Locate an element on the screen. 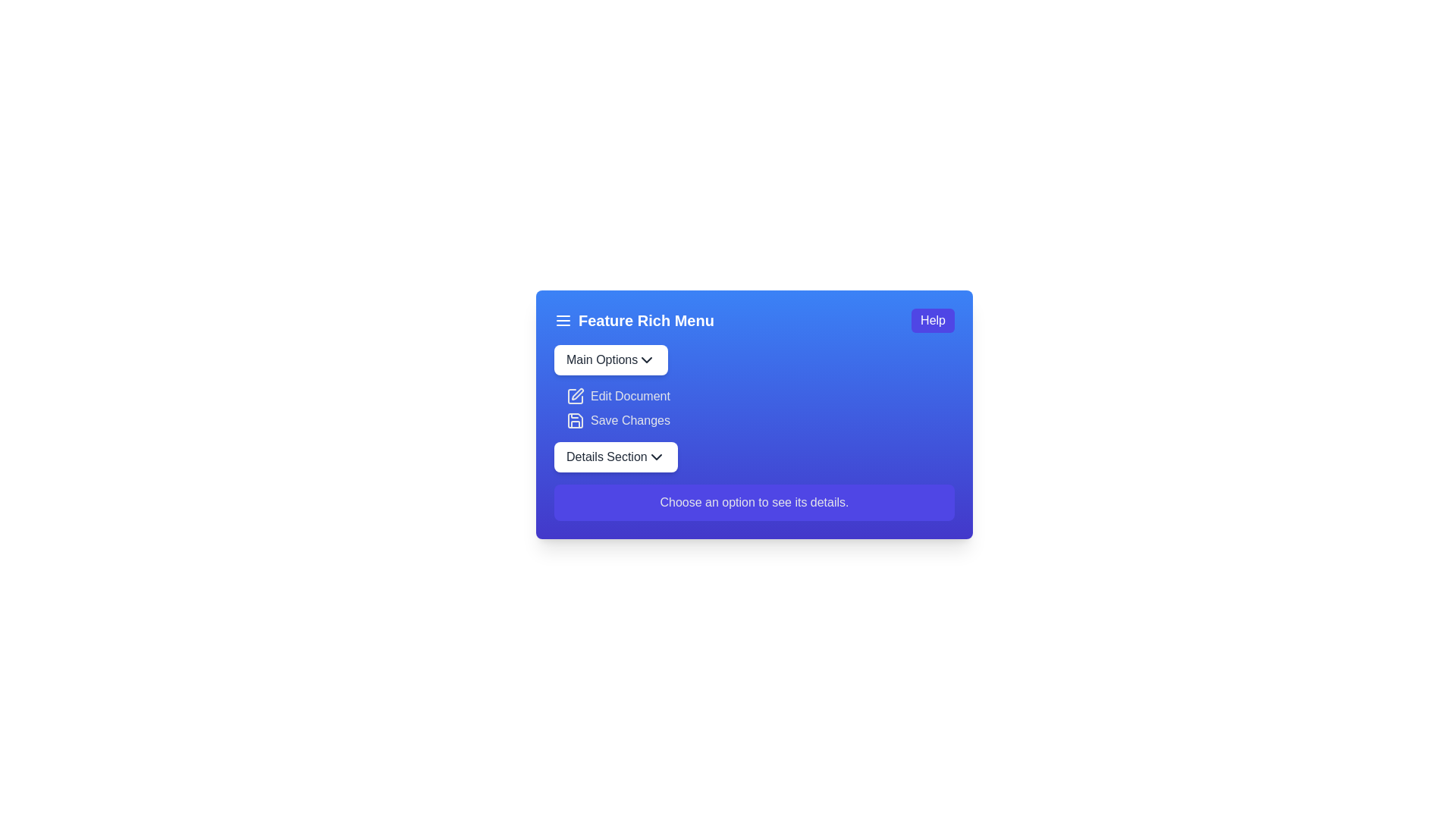 Image resolution: width=1456 pixels, height=819 pixels. the informational label located at the bottom of the section, below 'Main Options', 'Edit Document', 'Save Changes', and 'Details Section' is located at coordinates (754, 503).